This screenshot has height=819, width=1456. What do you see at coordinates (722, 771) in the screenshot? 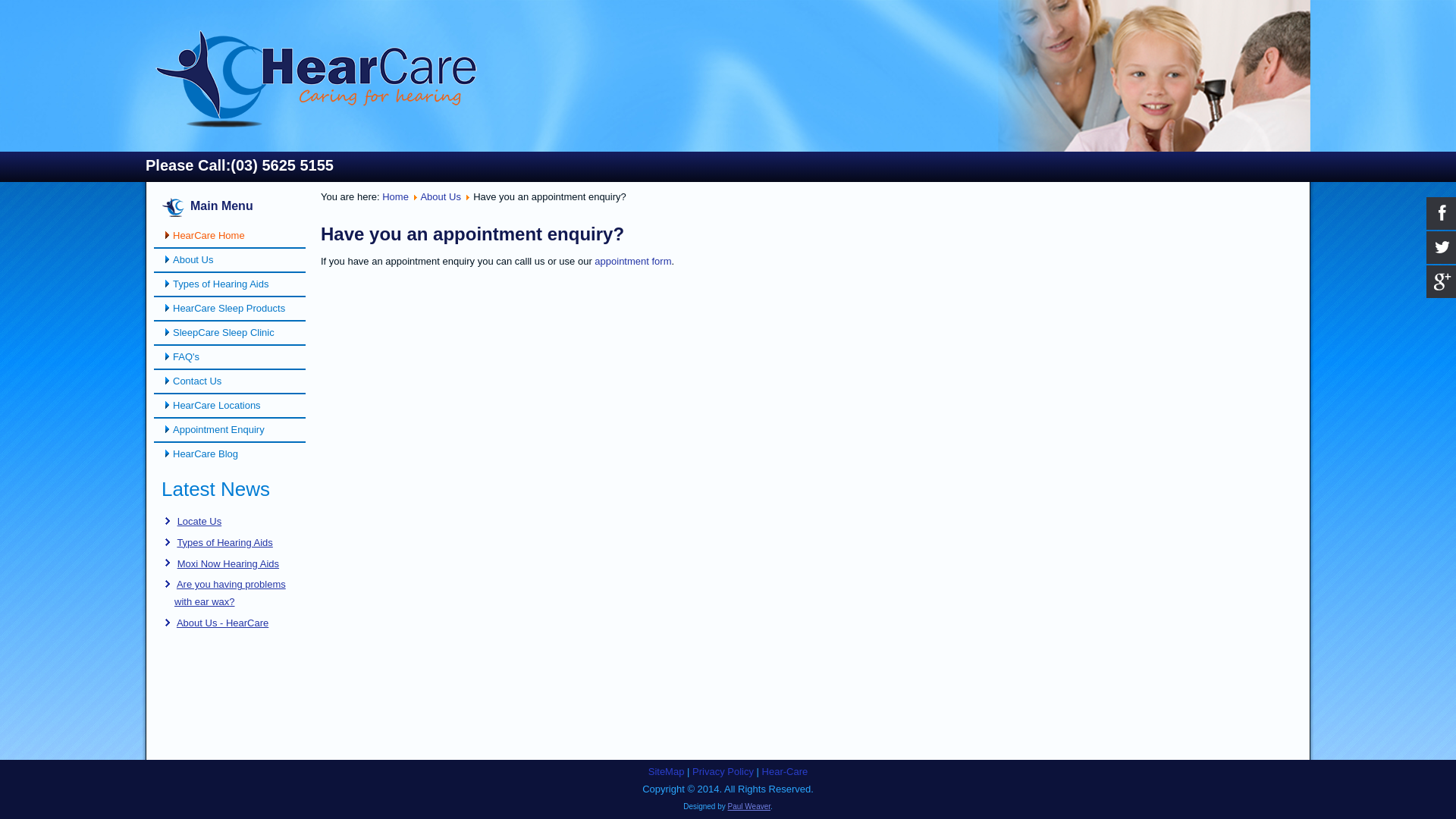
I see `'Privacy Policy'` at bounding box center [722, 771].